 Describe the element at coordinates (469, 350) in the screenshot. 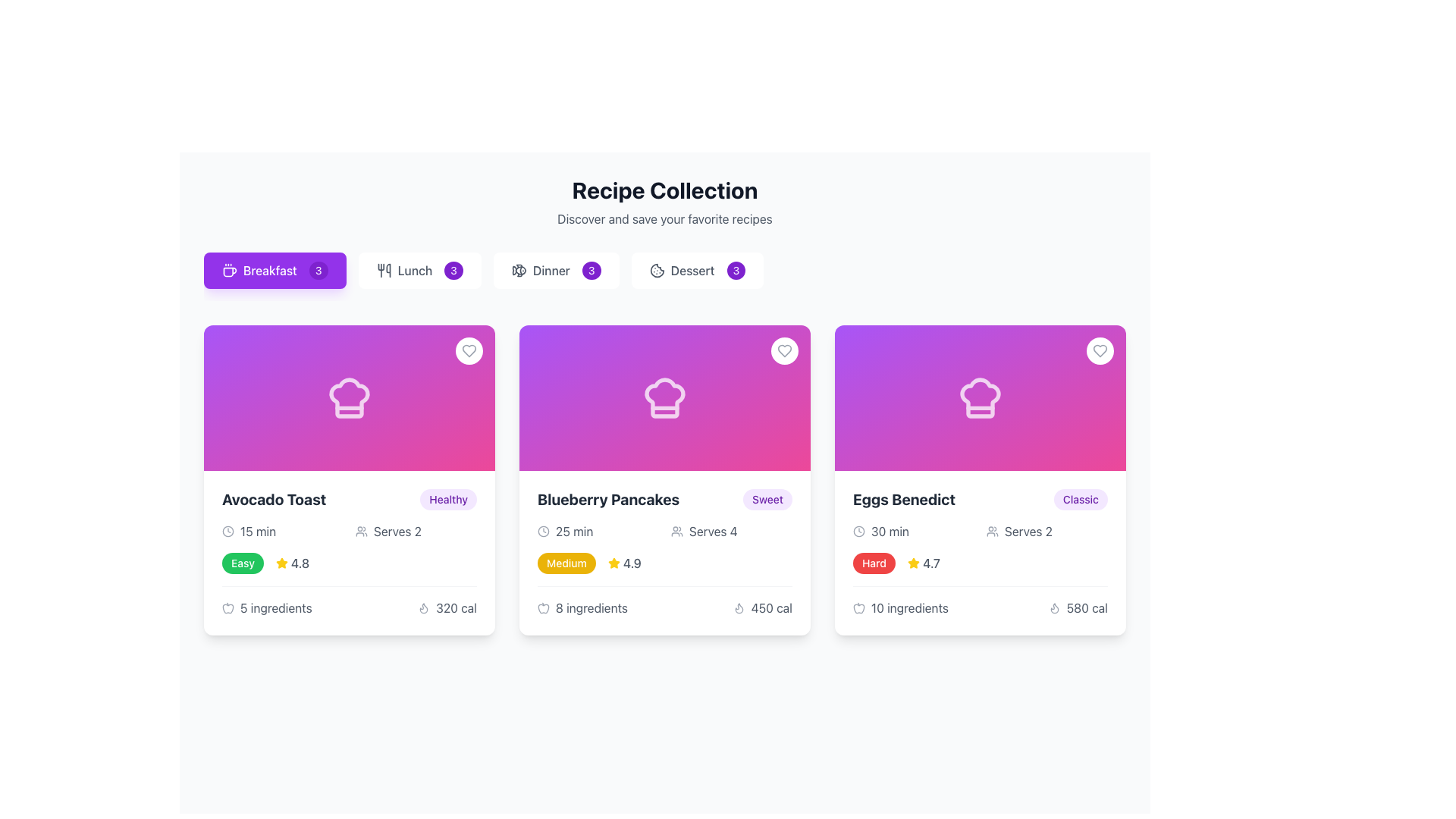

I see `the circular button with a white background and a gray outlined heart icon, located in the top-right corner of the Avocado Toast card` at that location.